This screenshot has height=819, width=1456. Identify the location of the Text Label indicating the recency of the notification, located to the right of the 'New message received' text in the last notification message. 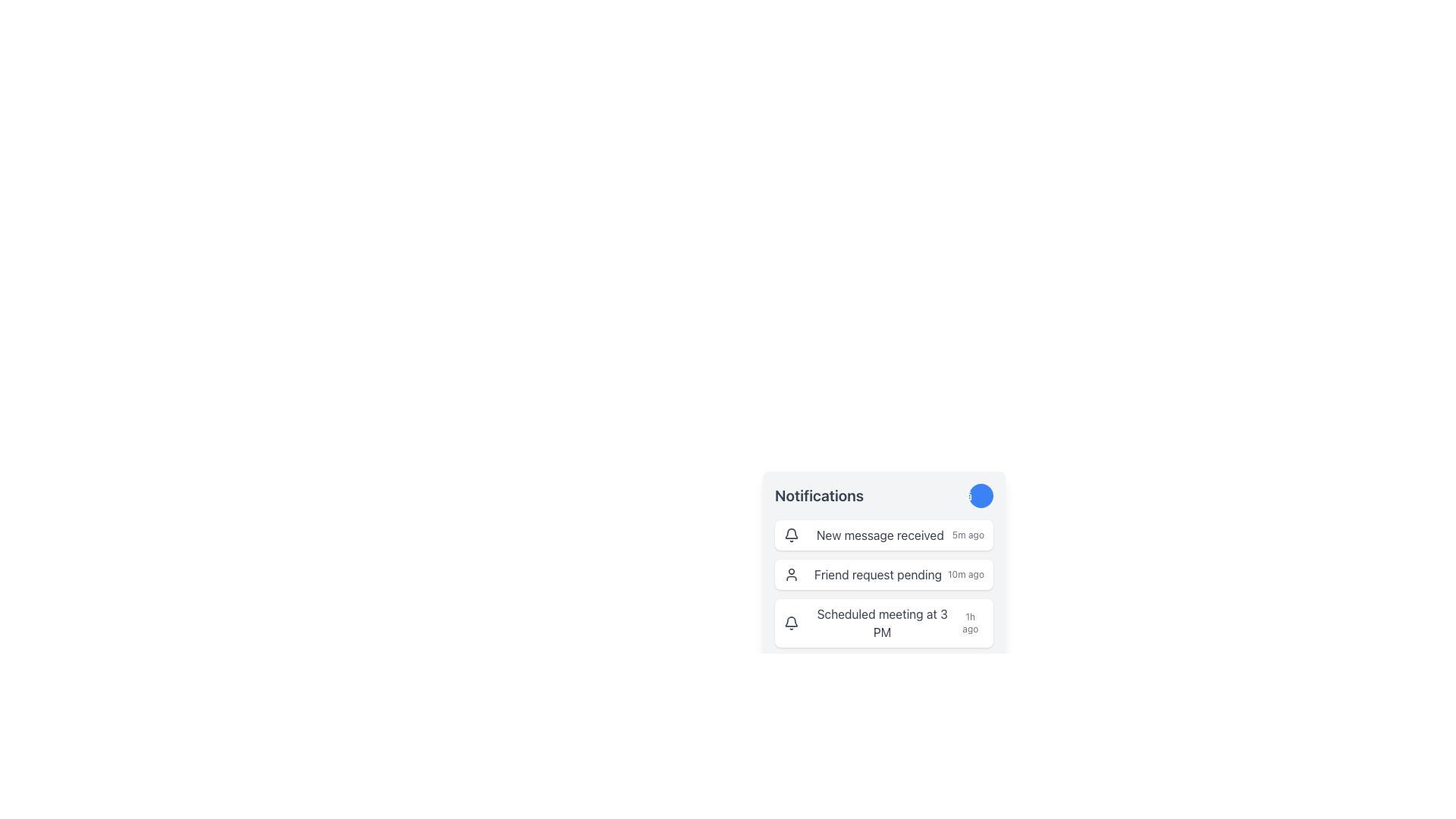
(967, 534).